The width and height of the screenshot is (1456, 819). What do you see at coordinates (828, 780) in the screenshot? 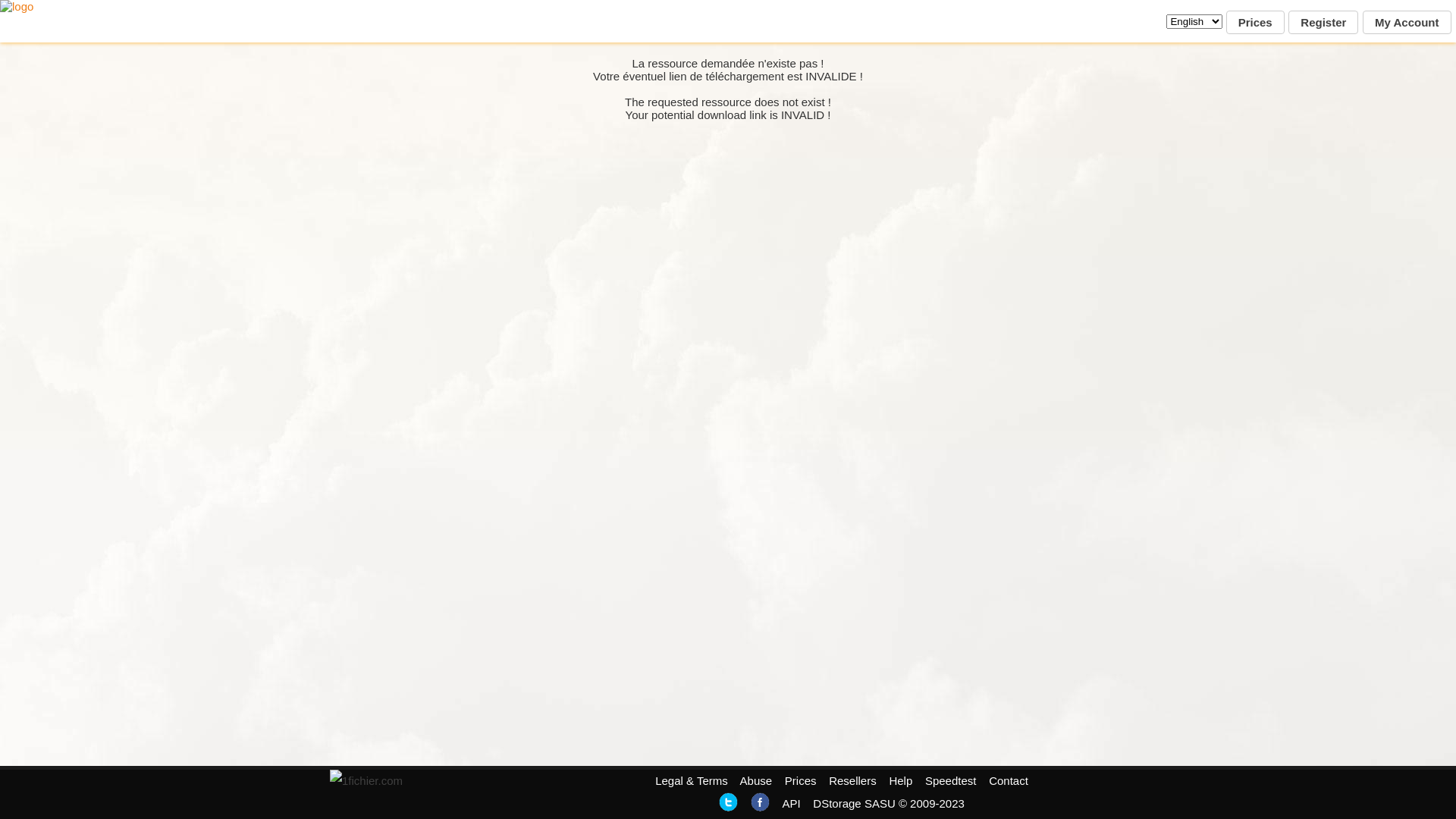
I see `'Resellers'` at bounding box center [828, 780].